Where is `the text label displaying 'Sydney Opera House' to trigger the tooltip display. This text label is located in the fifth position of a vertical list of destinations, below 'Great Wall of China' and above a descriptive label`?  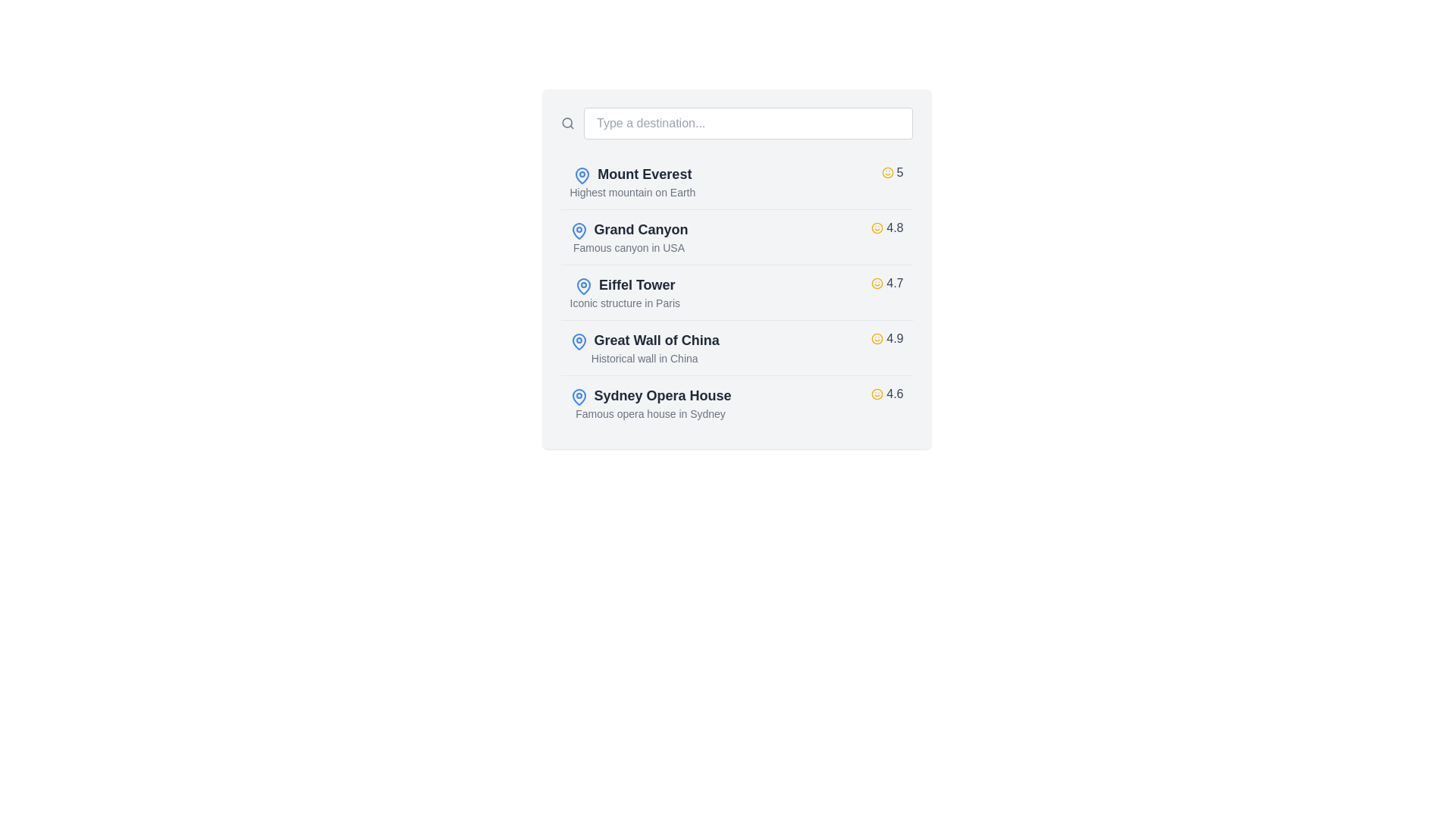 the text label displaying 'Sydney Opera House' to trigger the tooltip display. This text label is located in the fifth position of a vertical list of destinations, below 'Great Wall of China' and above a descriptive label is located at coordinates (662, 394).